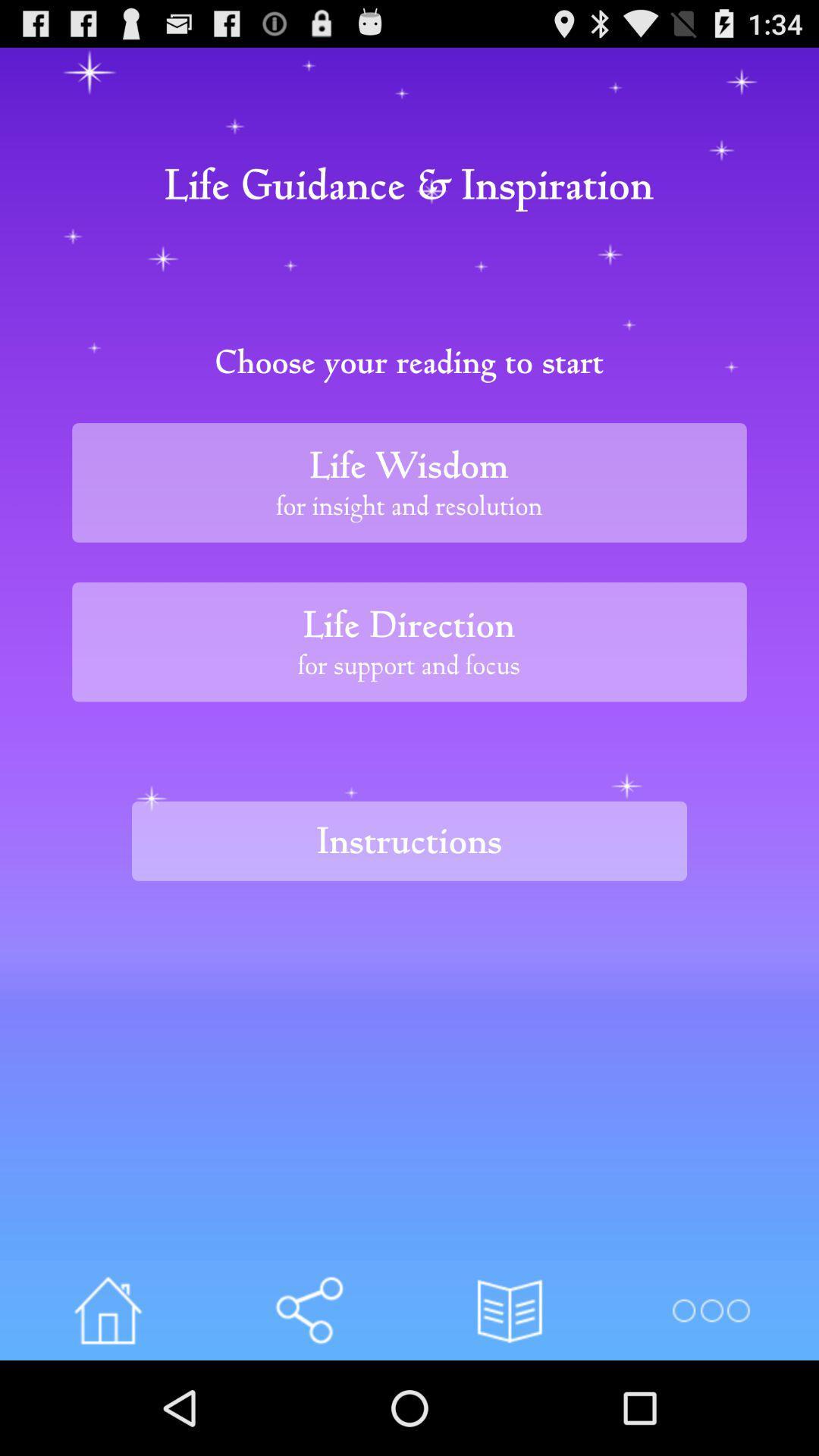 Image resolution: width=819 pixels, height=1456 pixels. What do you see at coordinates (711, 1310) in the screenshot?
I see `show more options` at bounding box center [711, 1310].